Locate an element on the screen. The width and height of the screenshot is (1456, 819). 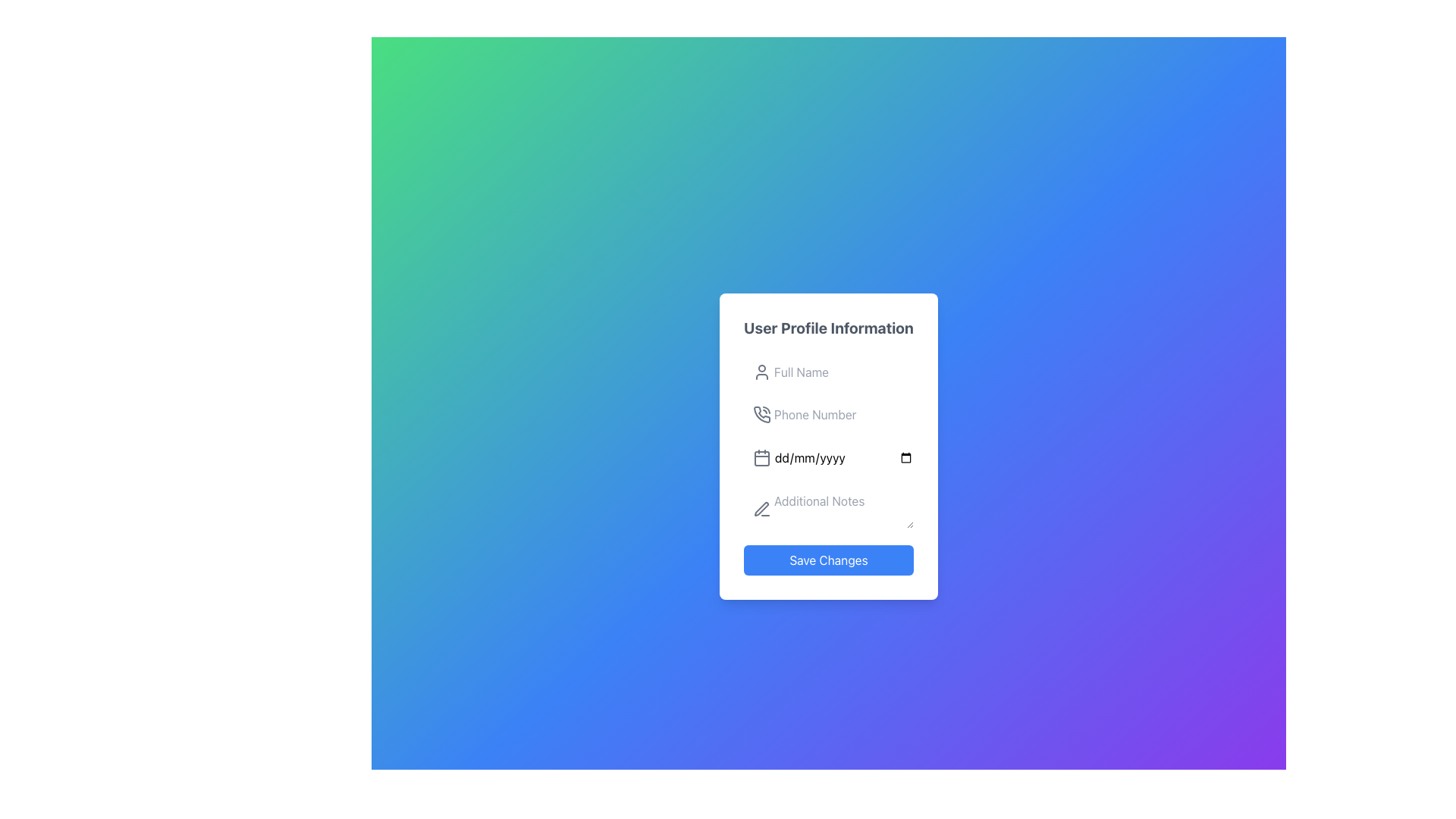
the gray pen icon located to the left of the 'Additional Notes' field label, which is styled as an SVG with rounded corners and a thin stroke width is located at coordinates (761, 509).